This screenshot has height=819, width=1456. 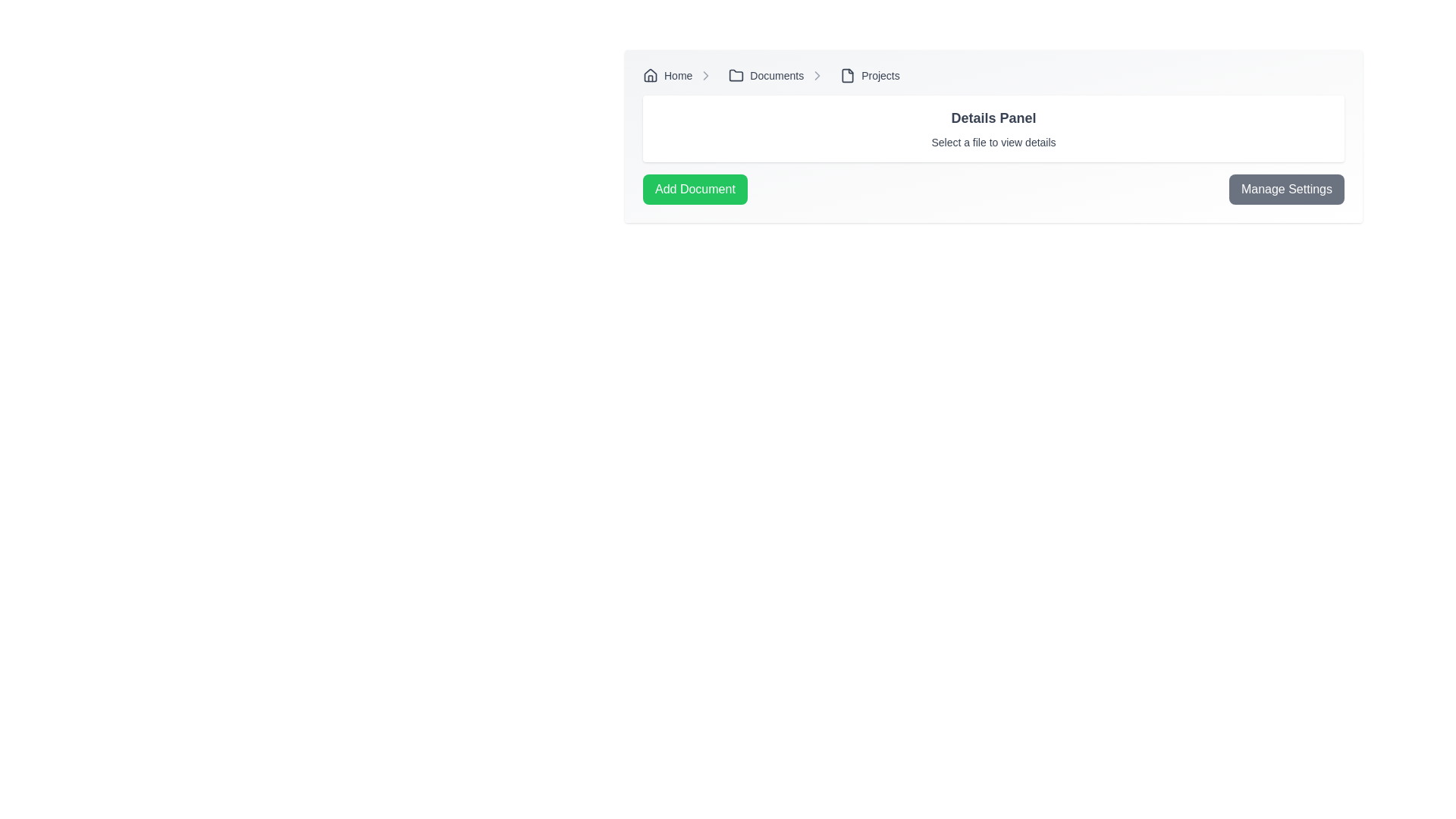 What do you see at coordinates (736, 76) in the screenshot?
I see `the folder icon in the breadcrumb navigation that represents the 'Documents' section, which is located directly to the left of the 'Documents' text label` at bounding box center [736, 76].